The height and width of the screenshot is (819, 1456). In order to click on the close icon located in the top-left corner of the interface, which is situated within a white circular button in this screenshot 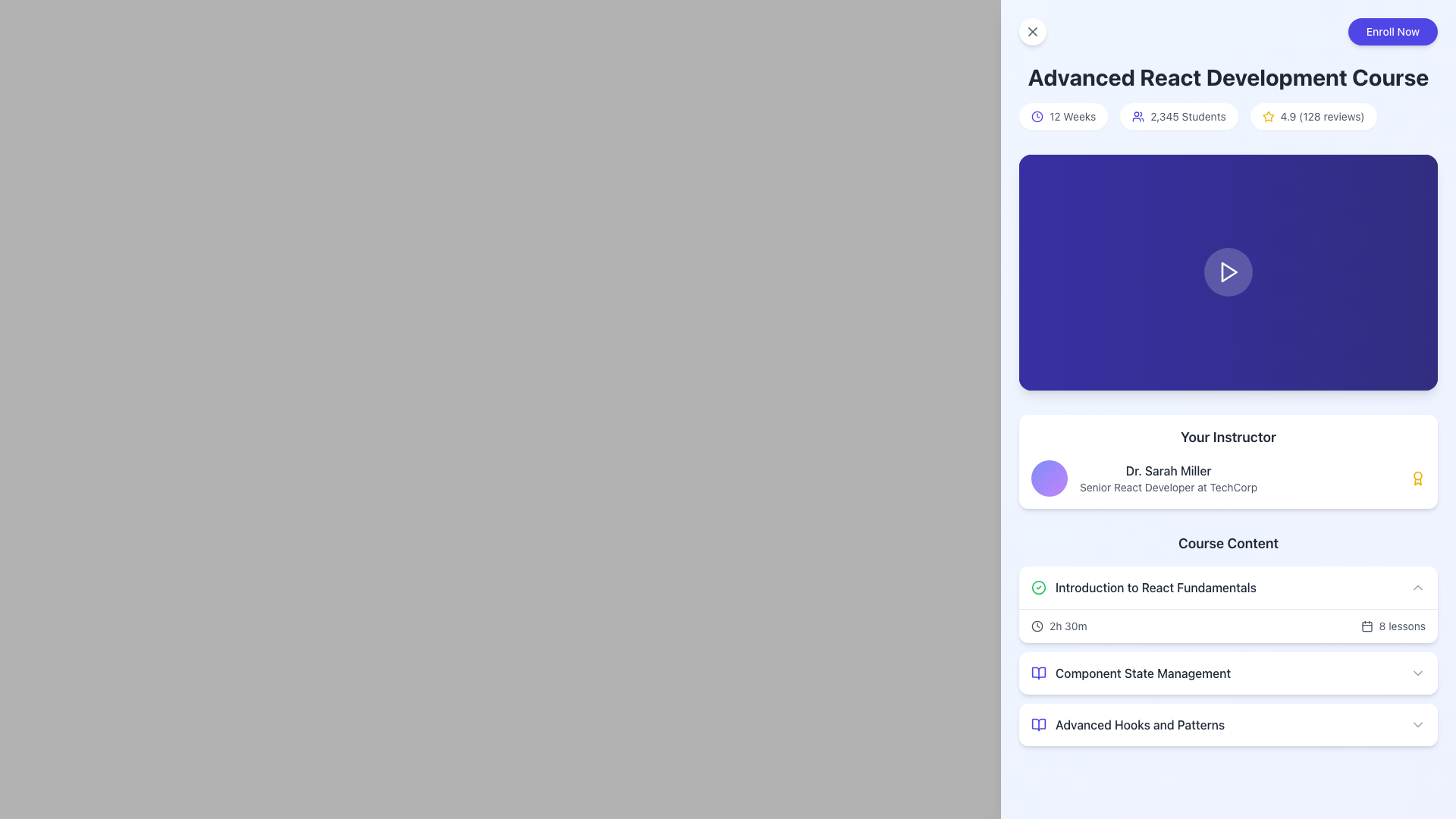, I will do `click(1032, 32)`.